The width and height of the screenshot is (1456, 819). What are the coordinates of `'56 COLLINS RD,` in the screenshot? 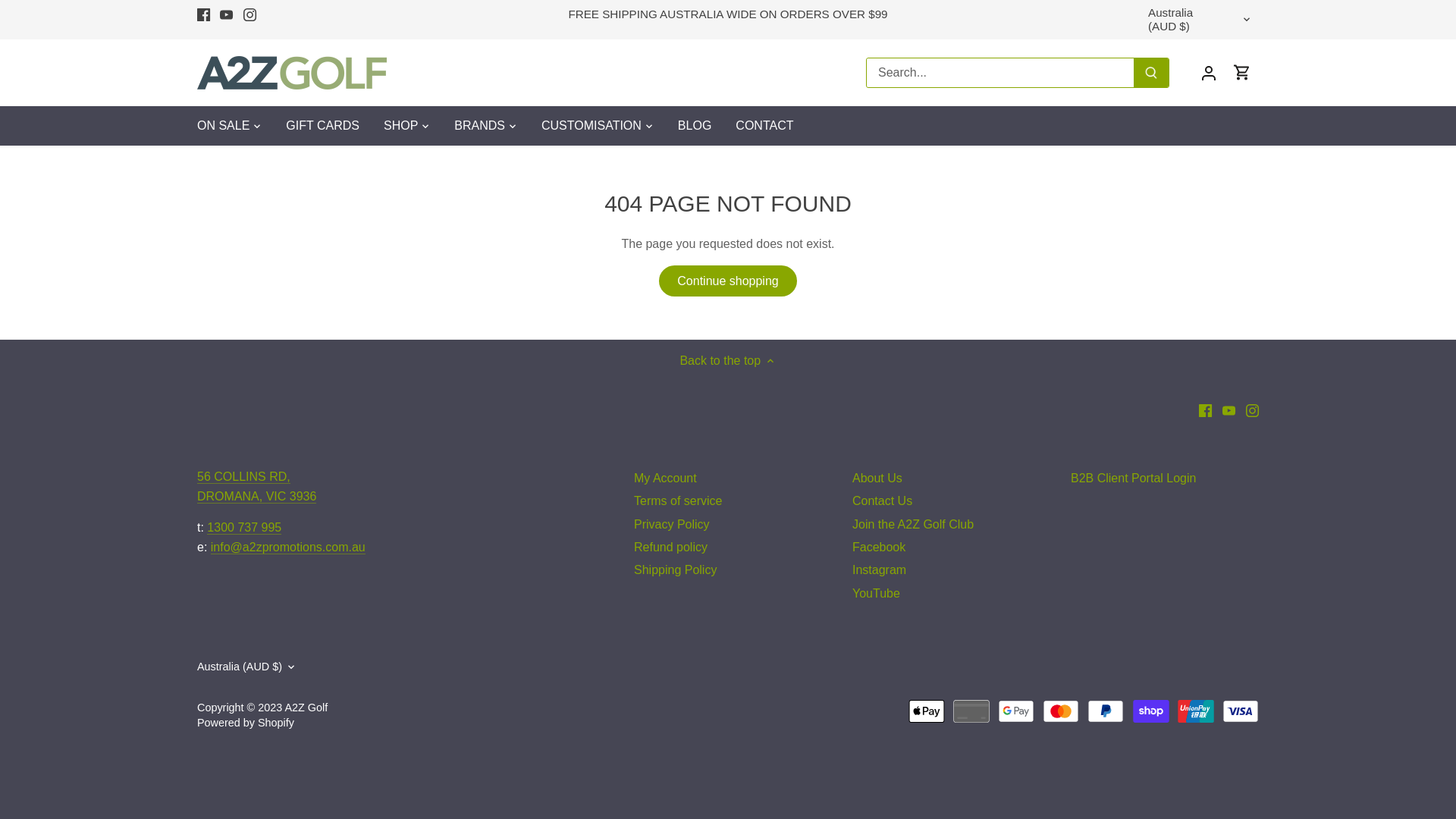 It's located at (256, 486).